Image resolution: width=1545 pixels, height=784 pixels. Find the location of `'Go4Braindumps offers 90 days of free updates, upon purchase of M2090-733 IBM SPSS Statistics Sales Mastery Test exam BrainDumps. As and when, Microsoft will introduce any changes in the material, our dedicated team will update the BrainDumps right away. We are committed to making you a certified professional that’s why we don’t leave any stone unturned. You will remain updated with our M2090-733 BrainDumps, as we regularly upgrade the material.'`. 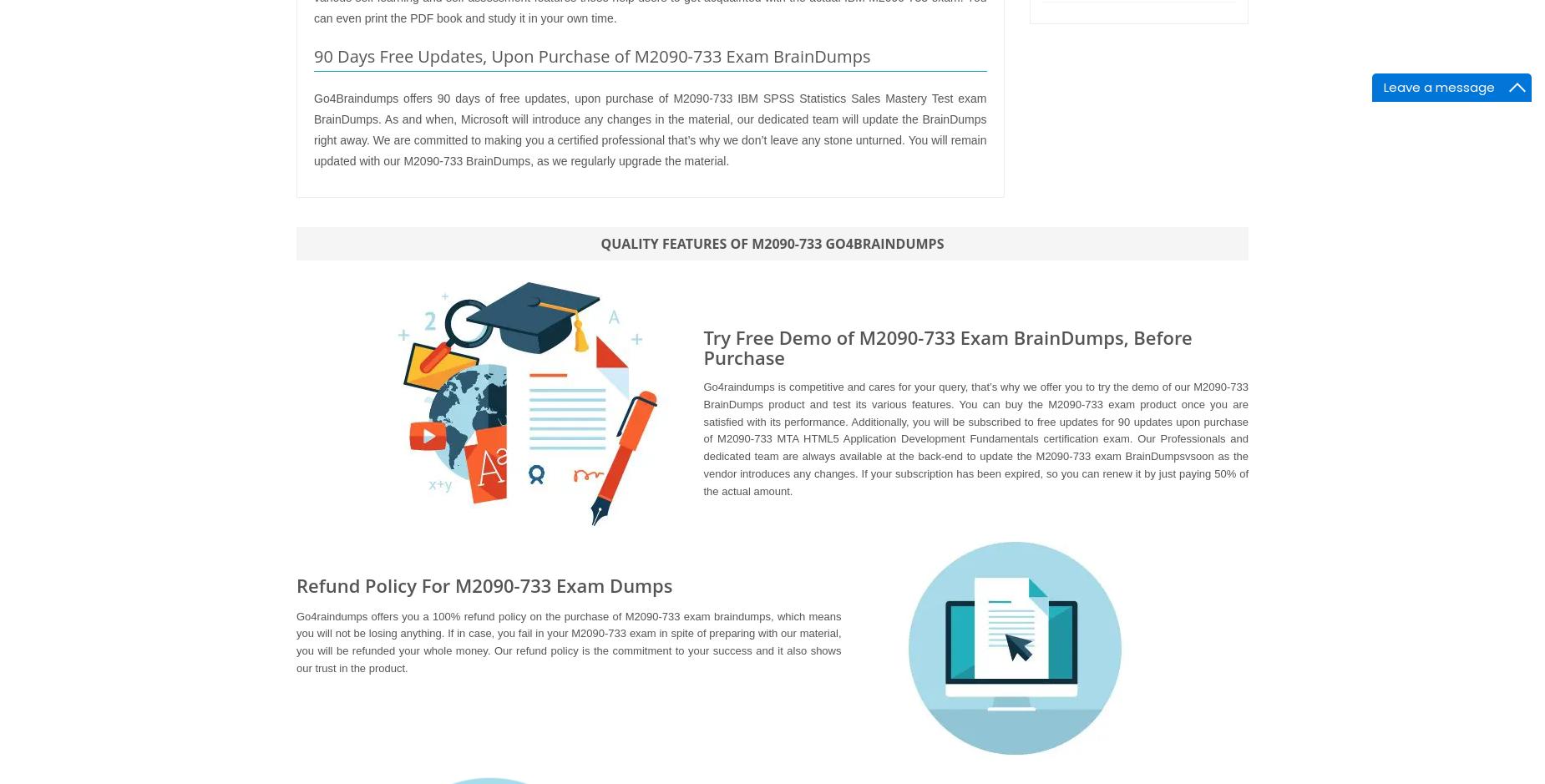

'Go4Braindumps offers 90 days of free updates, upon purchase of M2090-733 IBM SPSS Statistics Sales Mastery Test exam BrainDumps. As and when, Microsoft will introduce any changes in the material, our dedicated team will update the BrainDumps right away. We are committed to making you a certified professional that’s why we don’t leave any stone unturned. You will remain updated with our M2090-733 BrainDumps, as we regularly upgrade the material.' is located at coordinates (650, 129).